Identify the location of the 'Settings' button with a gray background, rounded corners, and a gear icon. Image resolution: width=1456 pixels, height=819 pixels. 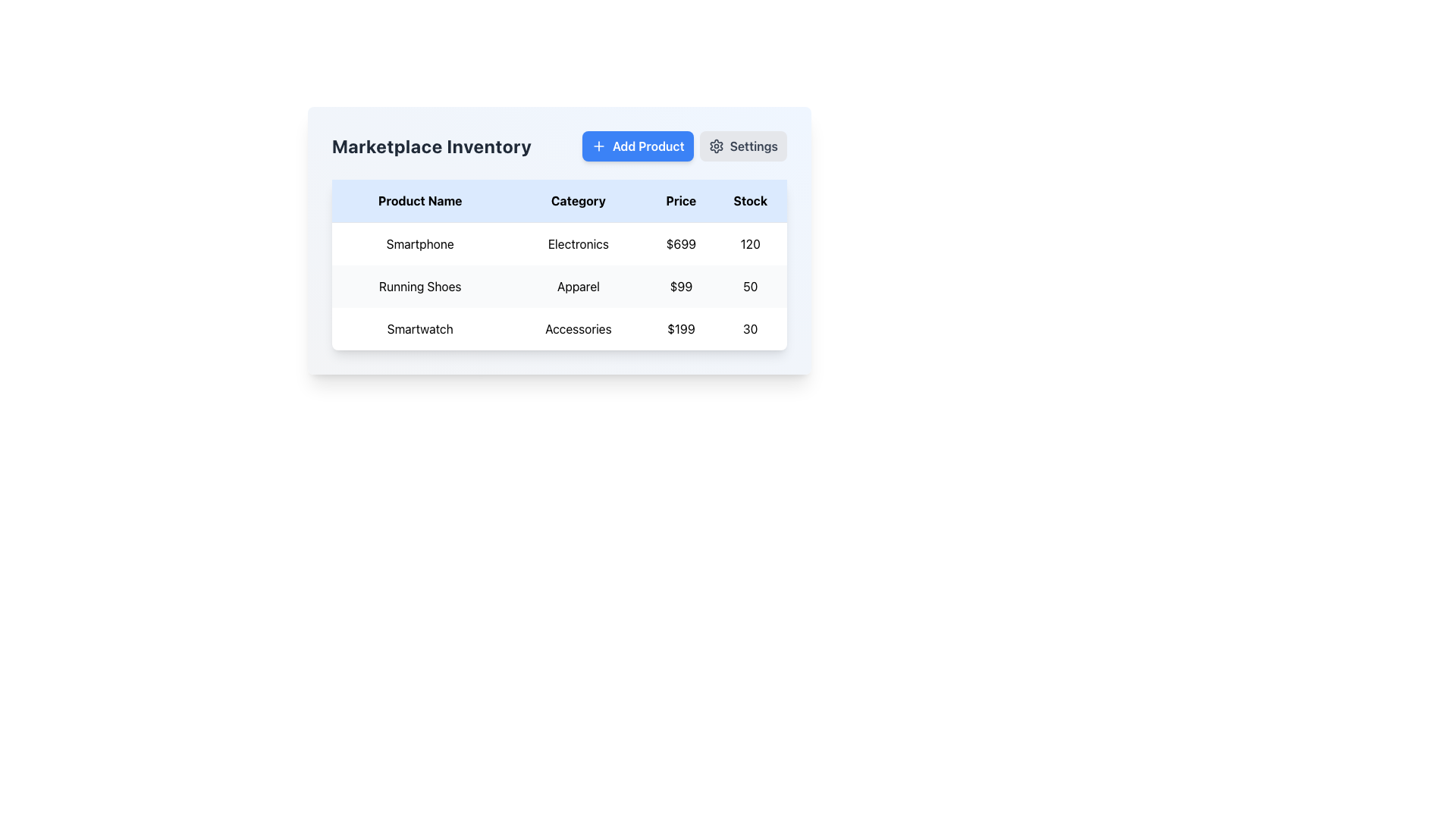
(743, 146).